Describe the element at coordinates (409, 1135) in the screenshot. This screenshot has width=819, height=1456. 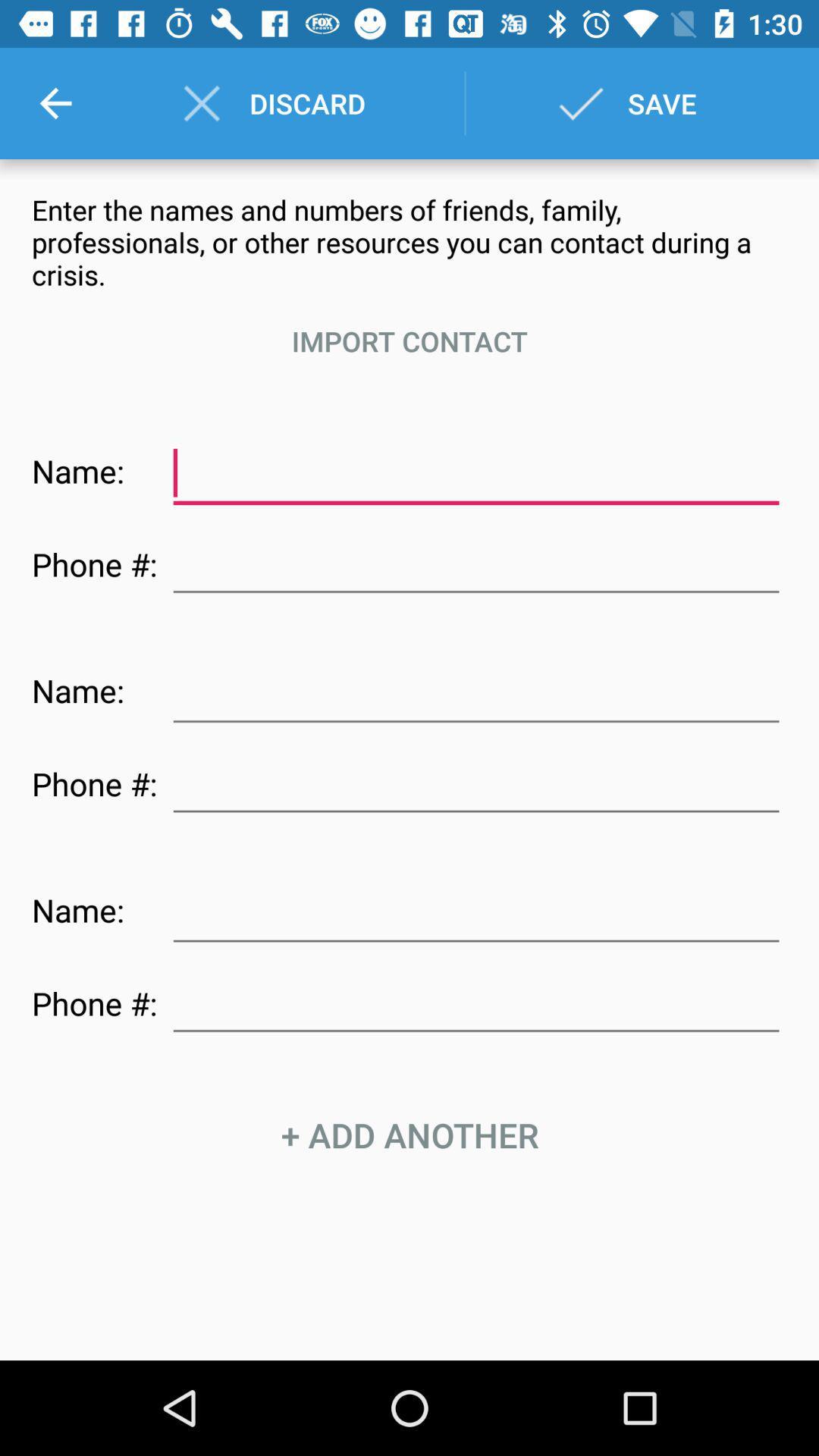
I see `+ add another` at that location.